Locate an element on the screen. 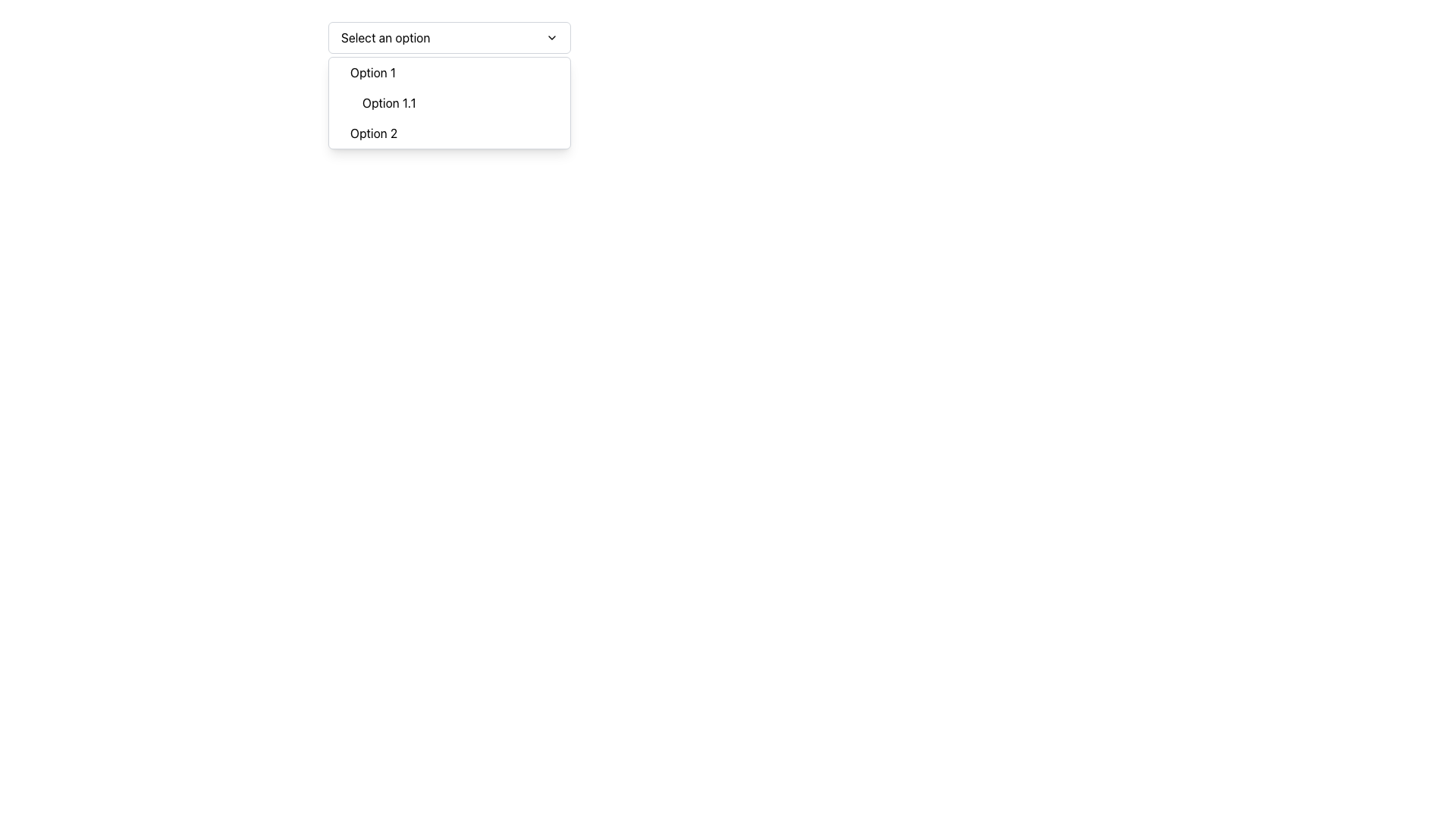  the button labeled 'Option 1' is located at coordinates (454, 73).